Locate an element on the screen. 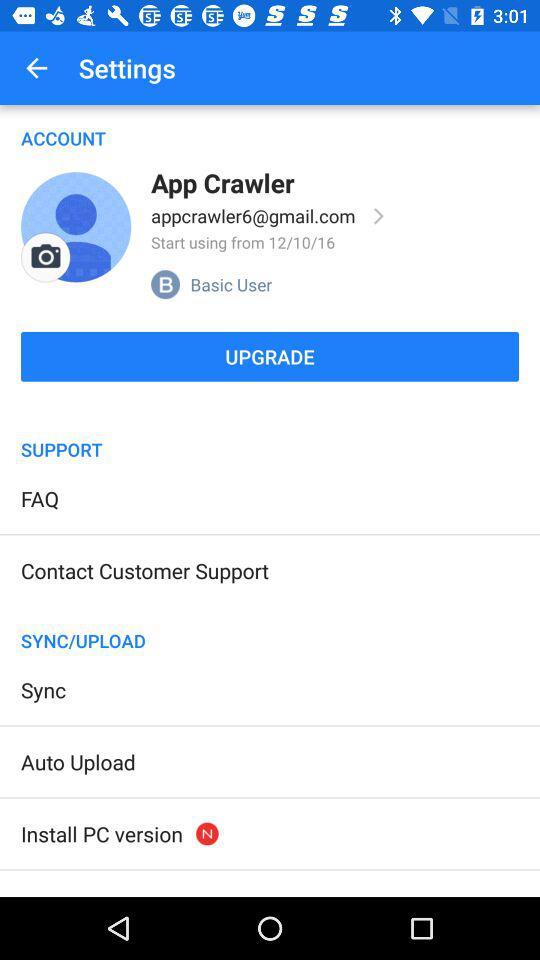 The height and width of the screenshot is (960, 540). the item above the appcrawler6@gmail.com icon is located at coordinates (221, 182).